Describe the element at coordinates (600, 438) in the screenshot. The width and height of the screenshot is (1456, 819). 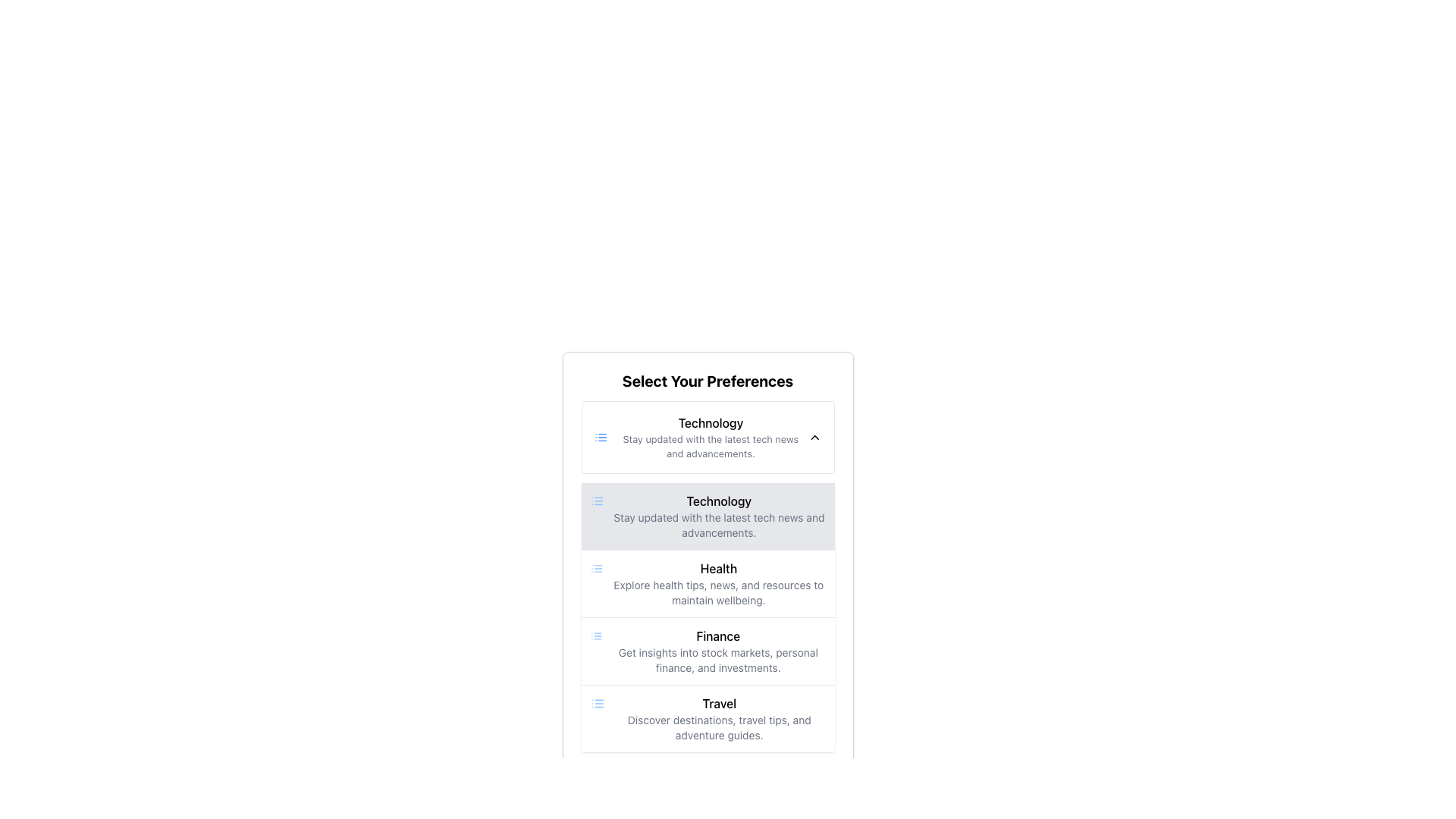
I see `the blue list icon, which consists of three horizontal lines and three vertical lines, located to the left of the 'Technology' text in the Technology preference section` at that location.